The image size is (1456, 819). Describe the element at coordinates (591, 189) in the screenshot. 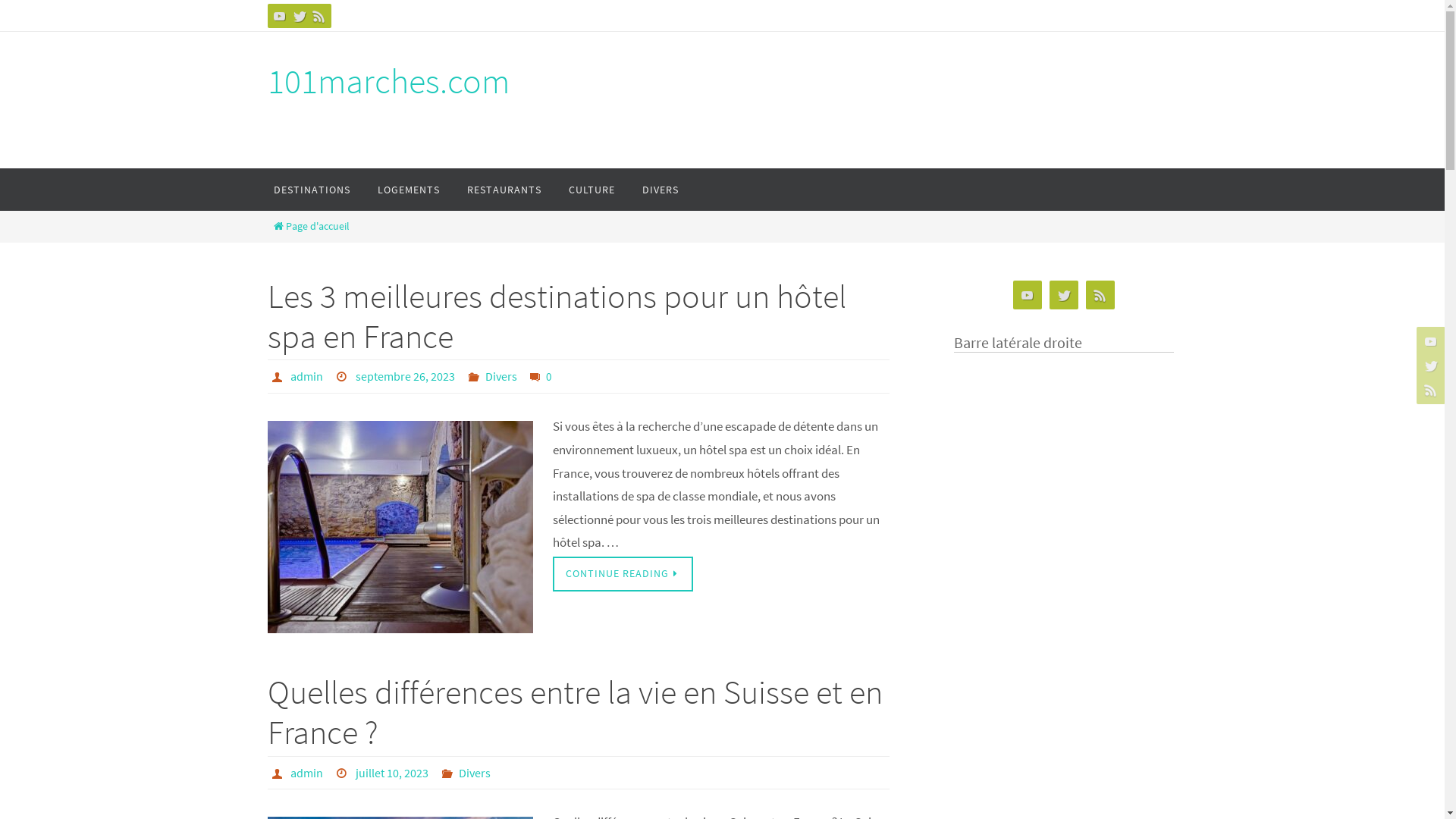

I see `'CULTURE'` at that location.